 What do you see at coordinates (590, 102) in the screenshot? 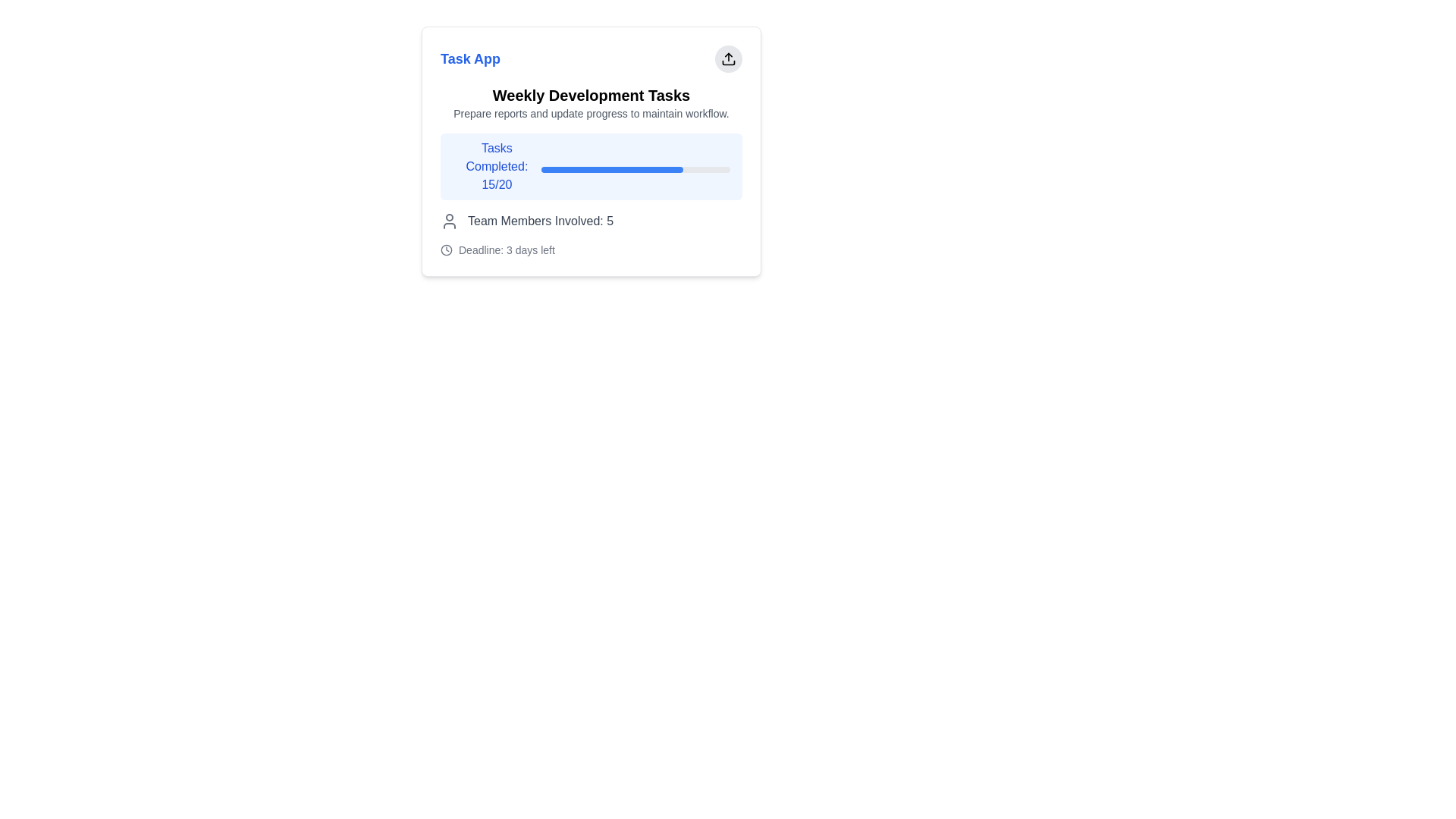
I see `the textual heading and subheading component that presents the section title 'Weekly Development Tasks' and the subtitle 'Prepare reports and update progress to maintain workflow'` at bounding box center [590, 102].